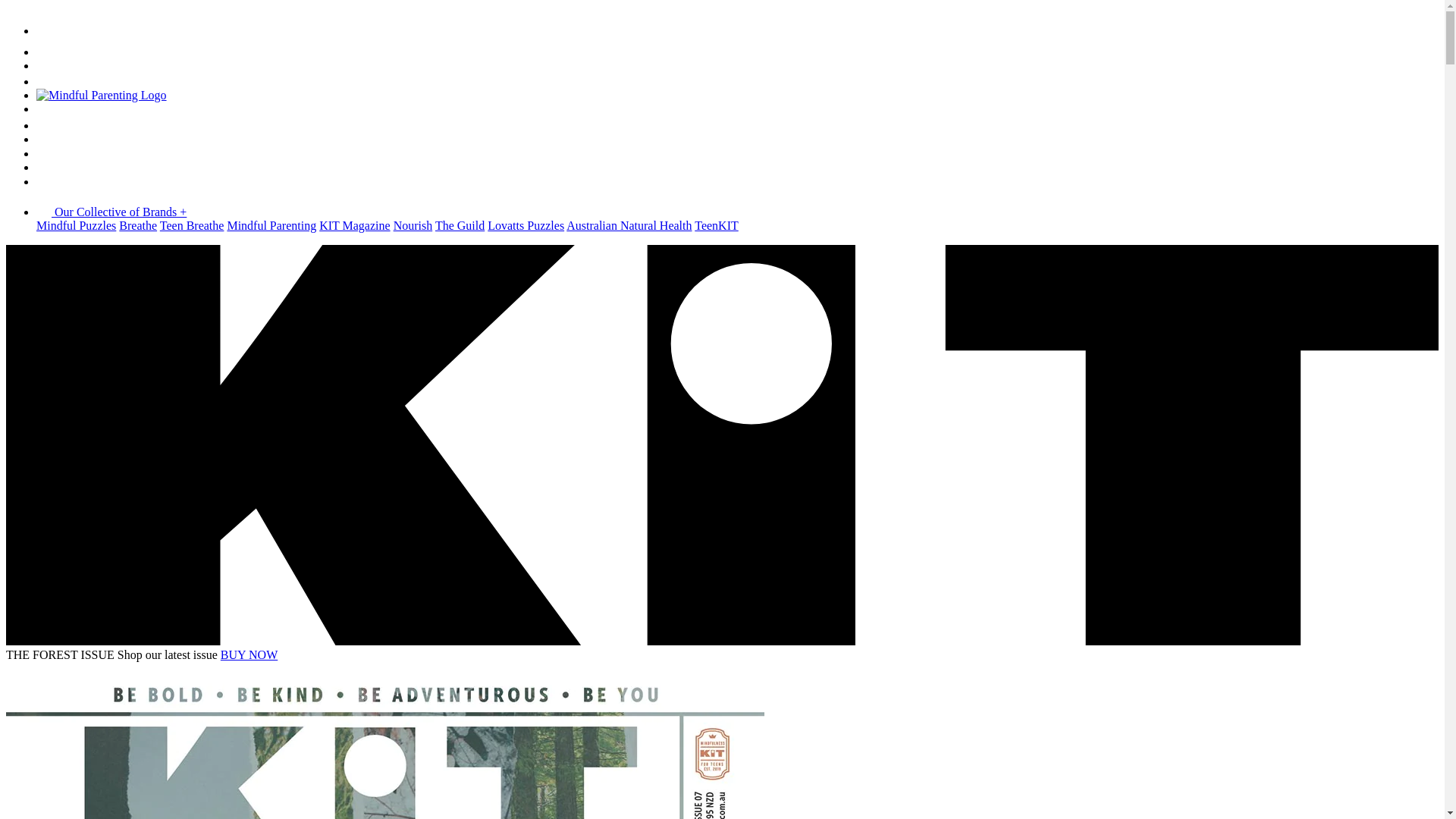  What do you see at coordinates (413, 225) in the screenshot?
I see `'Nourish'` at bounding box center [413, 225].